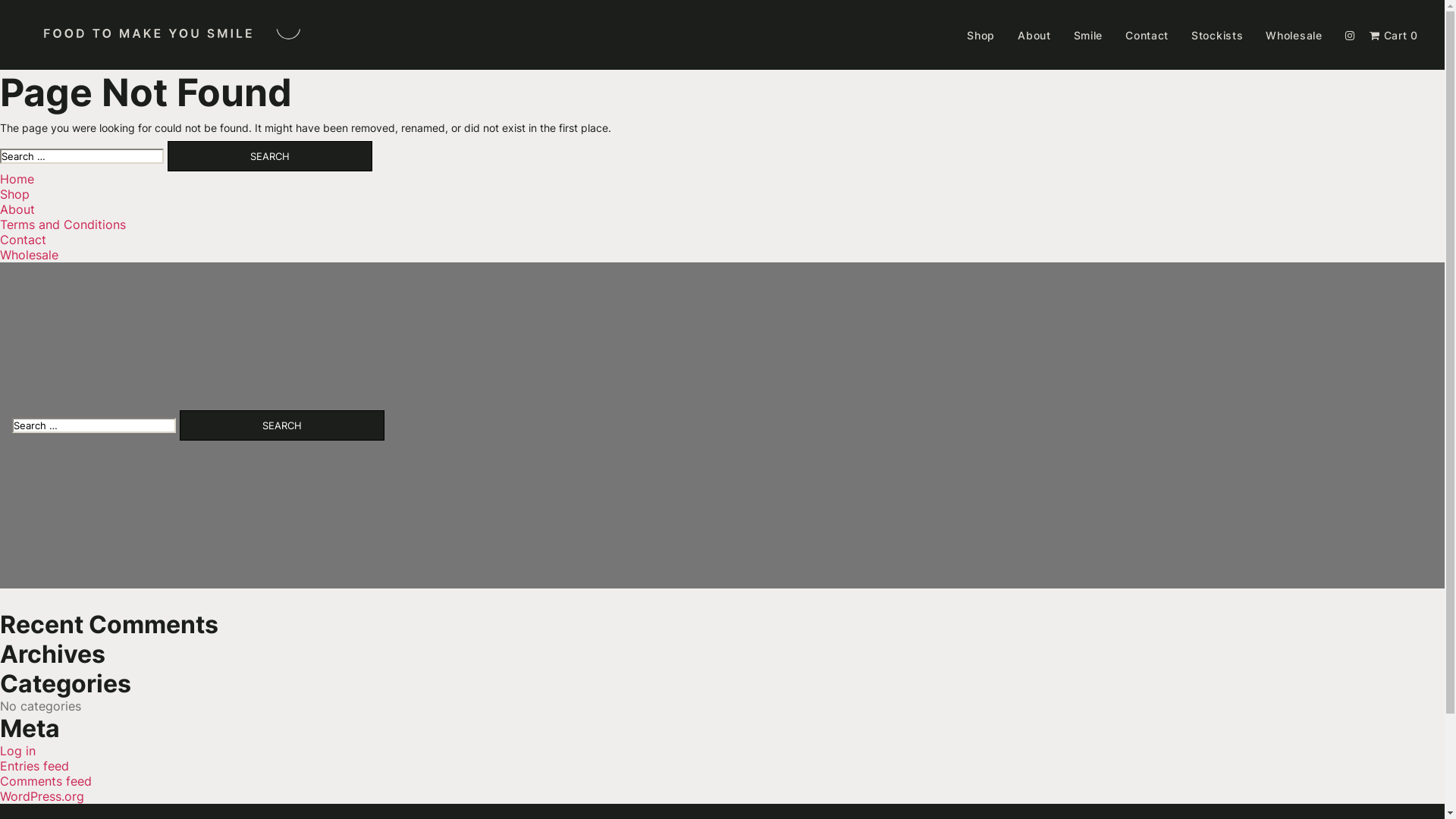  What do you see at coordinates (269, 155) in the screenshot?
I see `'Search'` at bounding box center [269, 155].